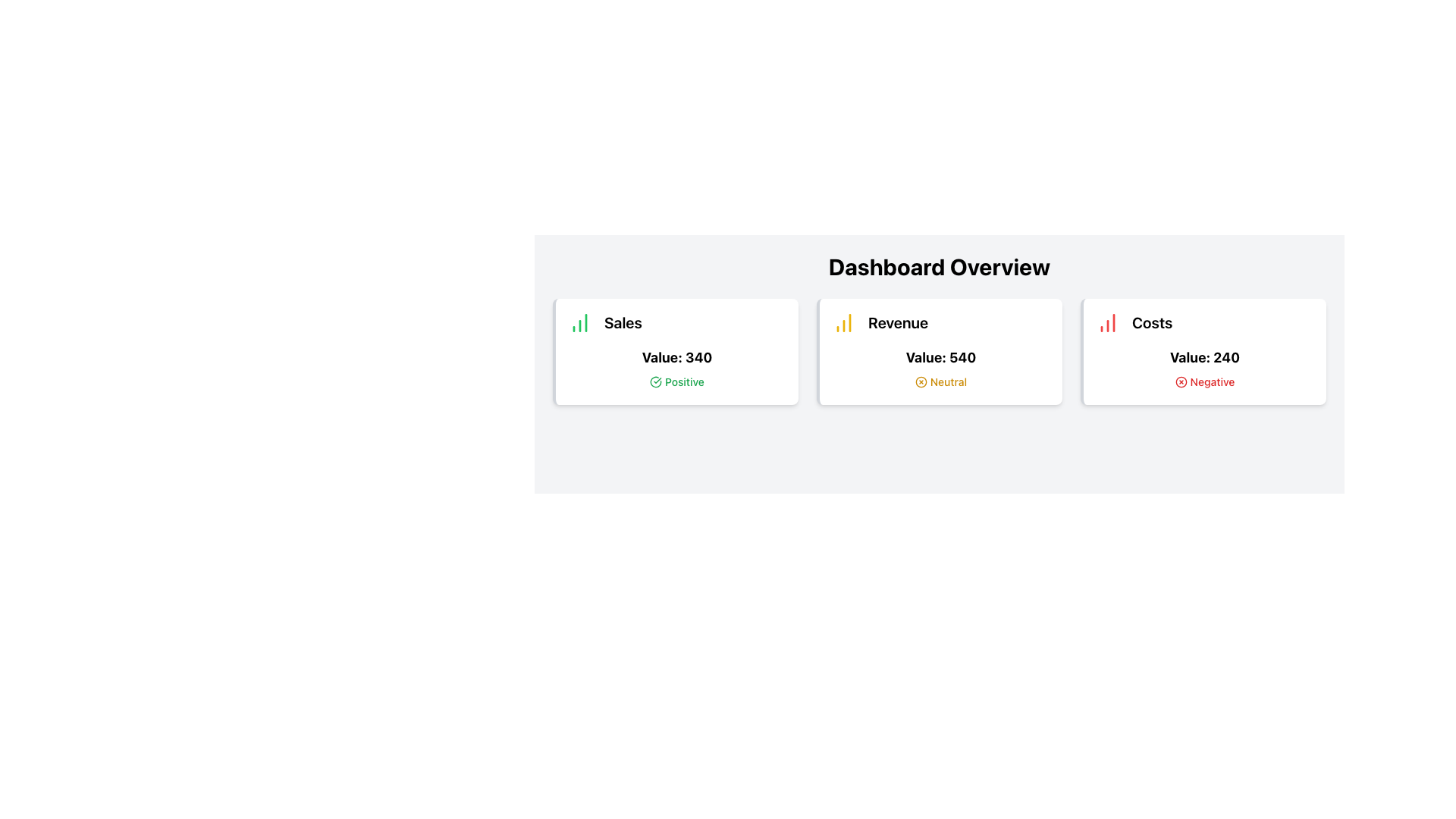 This screenshot has height=819, width=1456. Describe the element at coordinates (940, 381) in the screenshot. I see `the Decorative Label displaying the word 'Neutral' with a circular icon, located at the bottom of the middle card labeled 'Revenue', below 'Value: 540'` at that location.